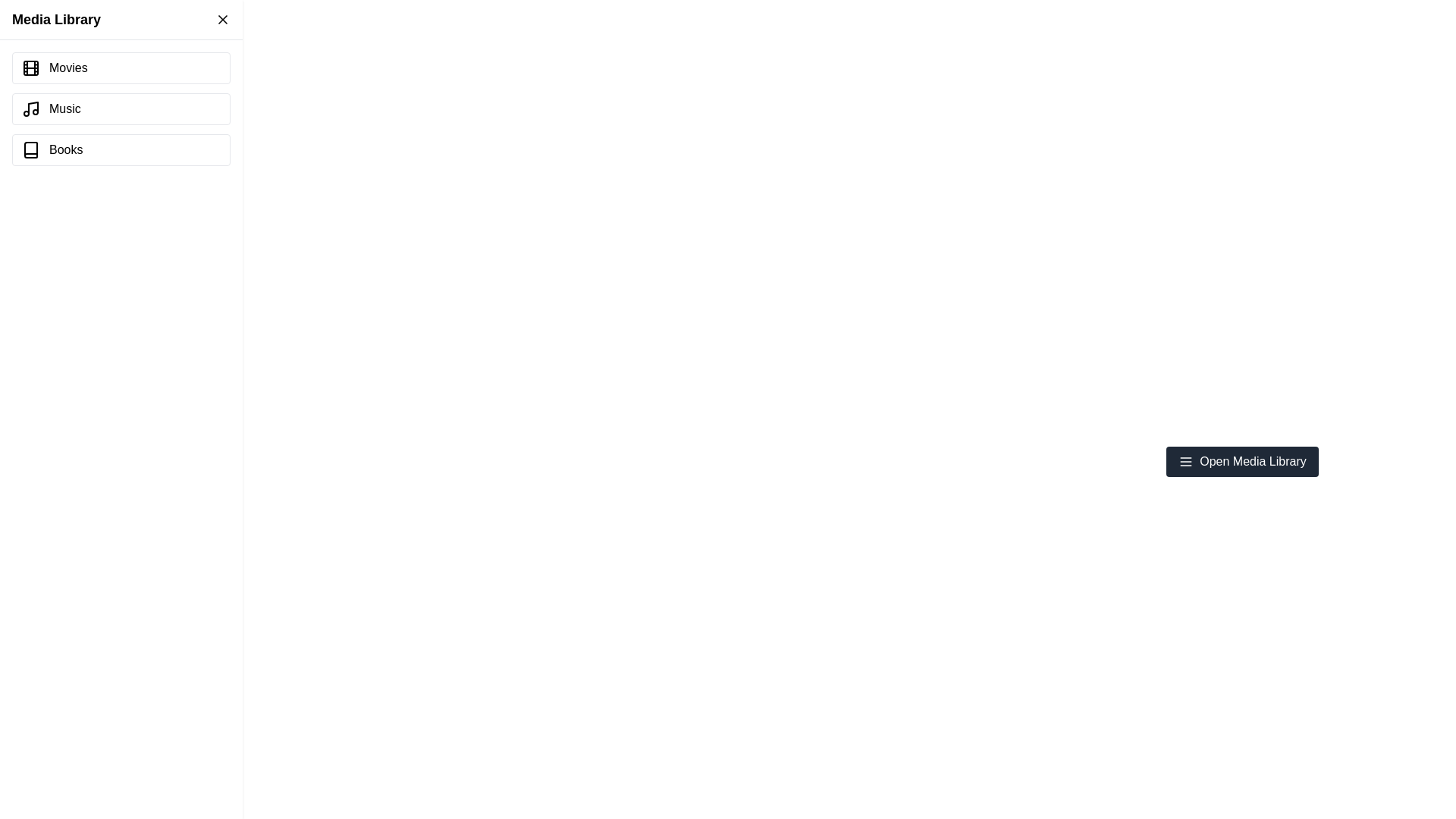 This screenshot has width=1456, height=819. Describe the element at coordinates (221, 20) in the screenshot. I see `the close button of the Media Library Drawer to close it` at that location.